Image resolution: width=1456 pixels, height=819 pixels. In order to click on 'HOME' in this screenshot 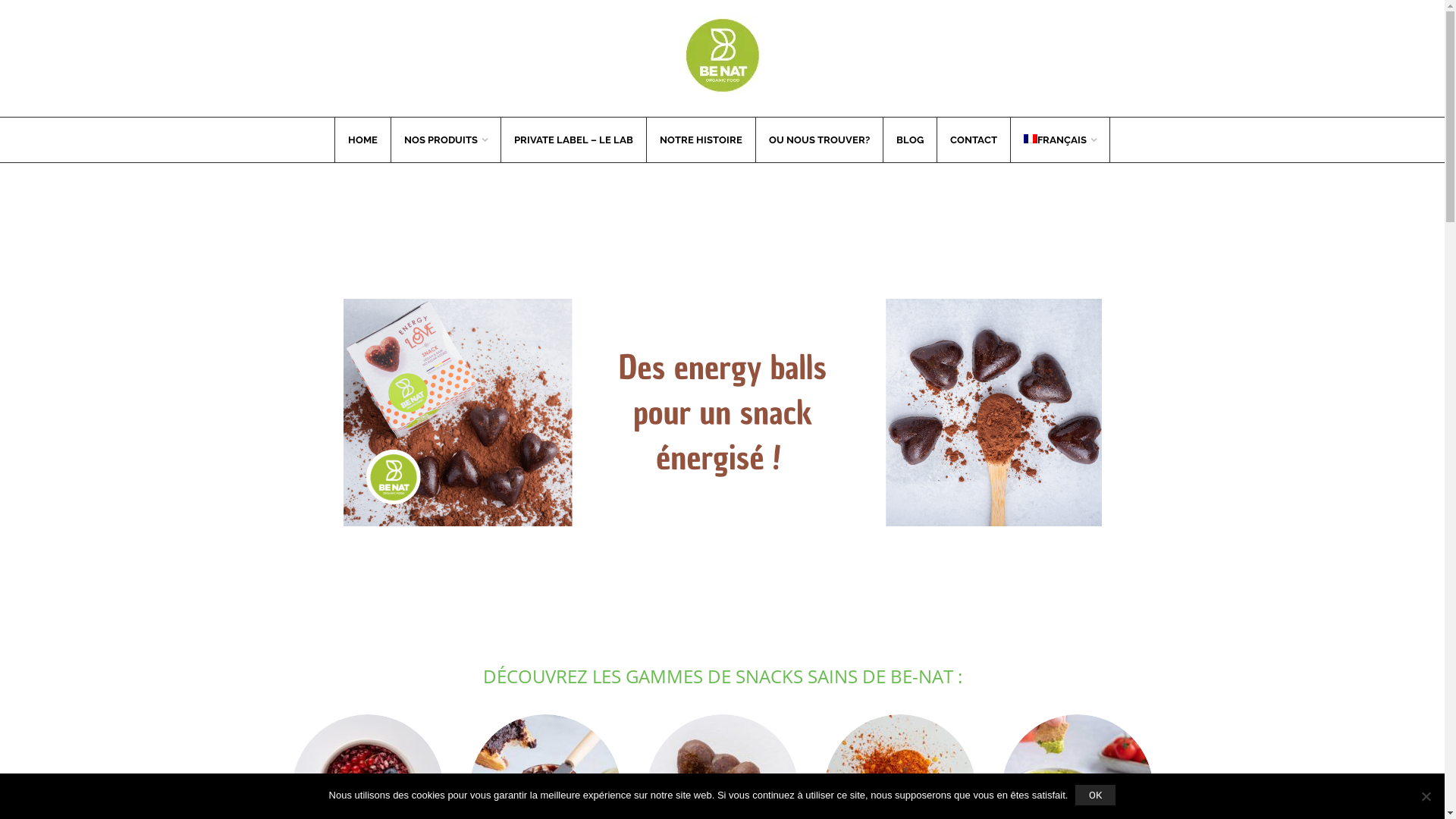, I will do `click(362, 140)`.